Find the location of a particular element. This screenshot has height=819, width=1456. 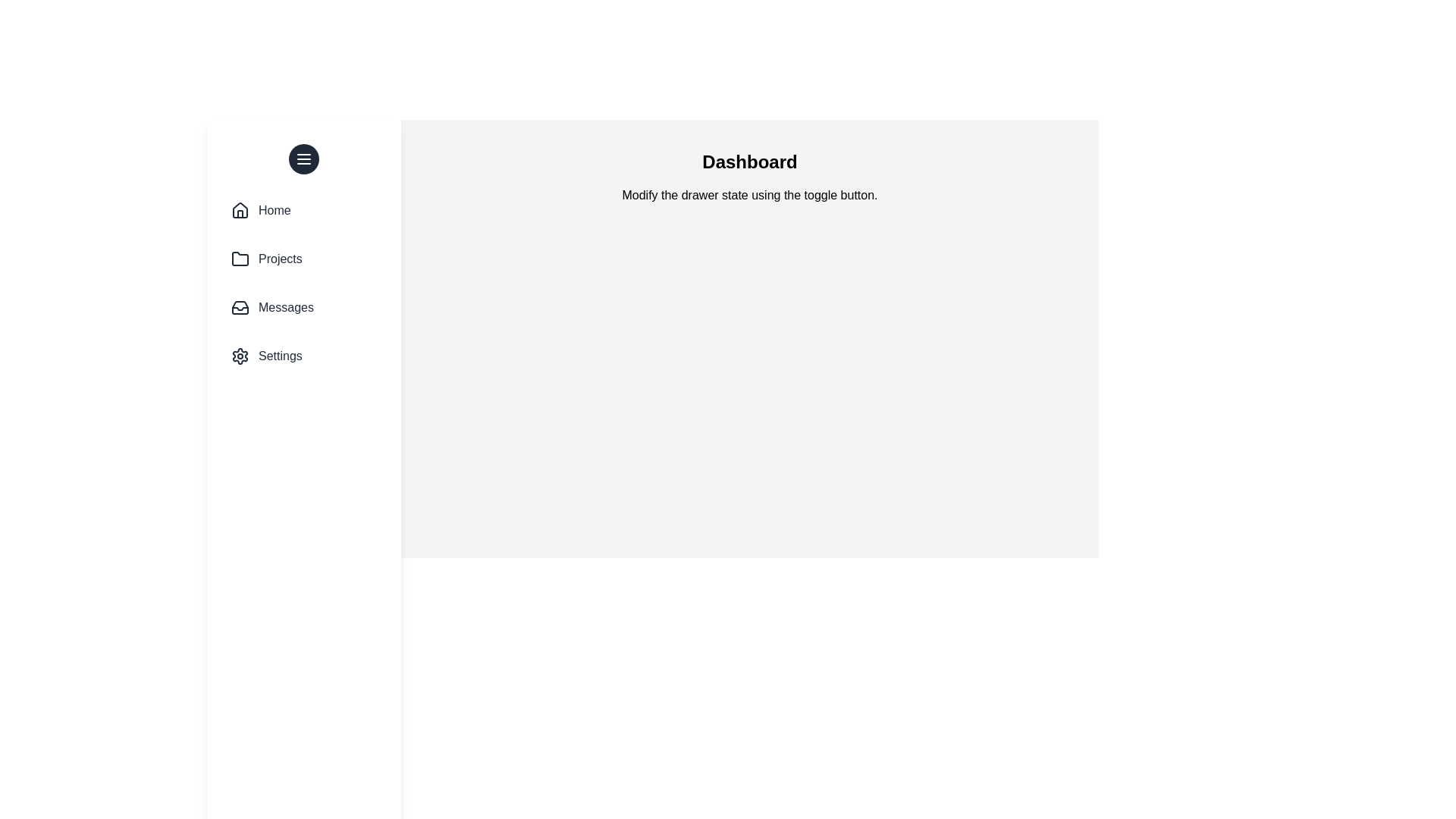

the text 'Home' in the drawer is located at coordinates (274, 210).